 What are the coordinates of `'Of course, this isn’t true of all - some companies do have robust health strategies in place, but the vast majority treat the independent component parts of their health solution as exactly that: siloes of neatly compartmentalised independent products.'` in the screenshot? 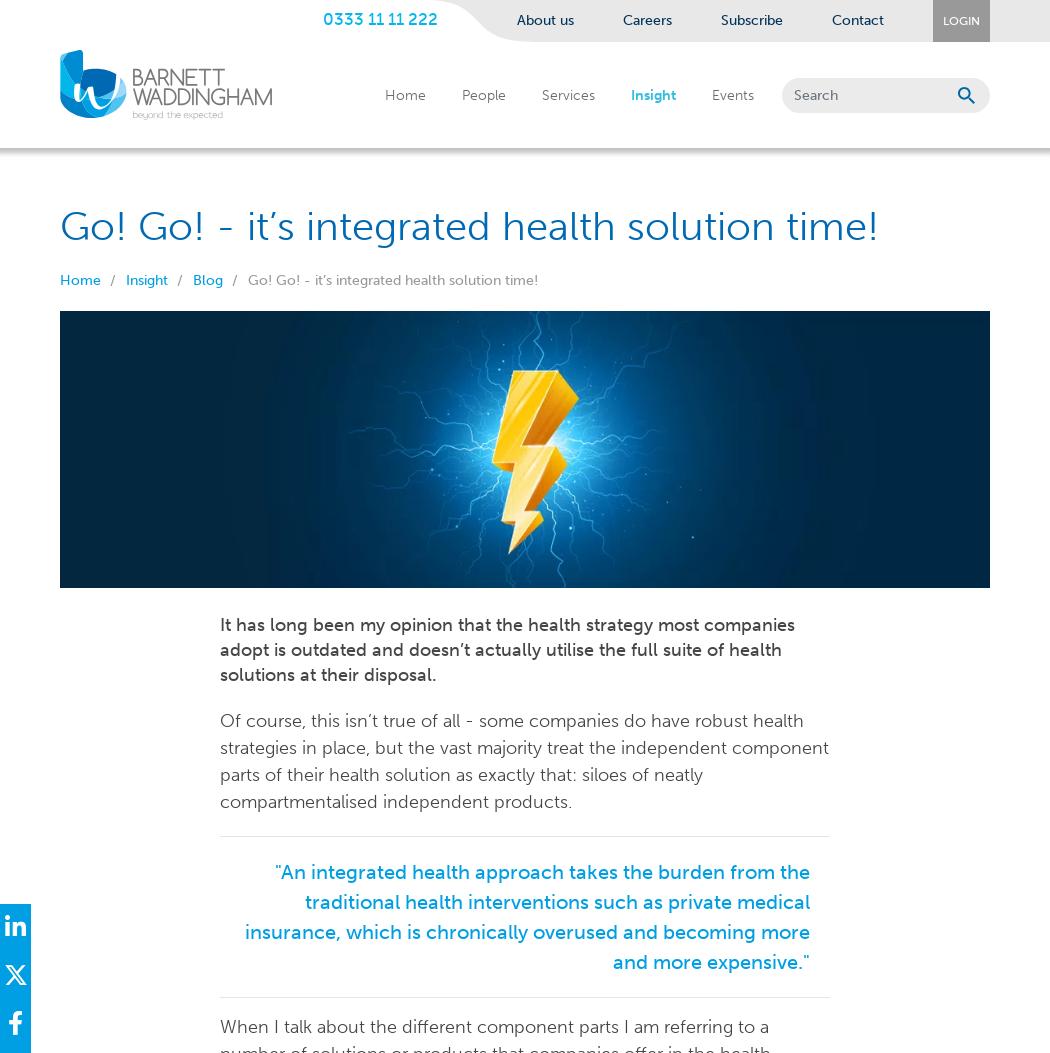 It's located at (218, 760).